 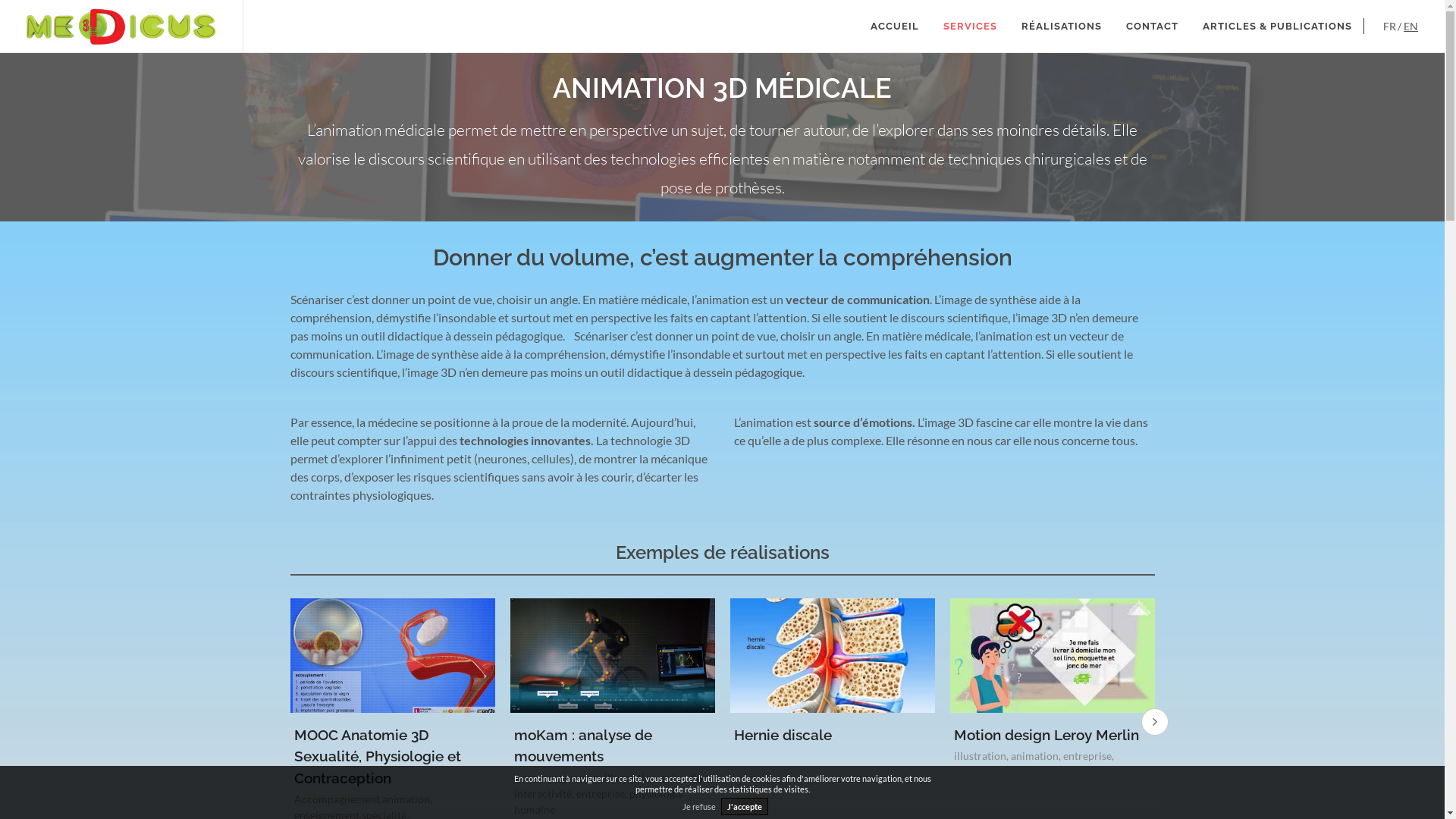 What do you see at coordinates (980, 755) in the screenshot?
I see `'illustration'` at bounding box center [980, 755].